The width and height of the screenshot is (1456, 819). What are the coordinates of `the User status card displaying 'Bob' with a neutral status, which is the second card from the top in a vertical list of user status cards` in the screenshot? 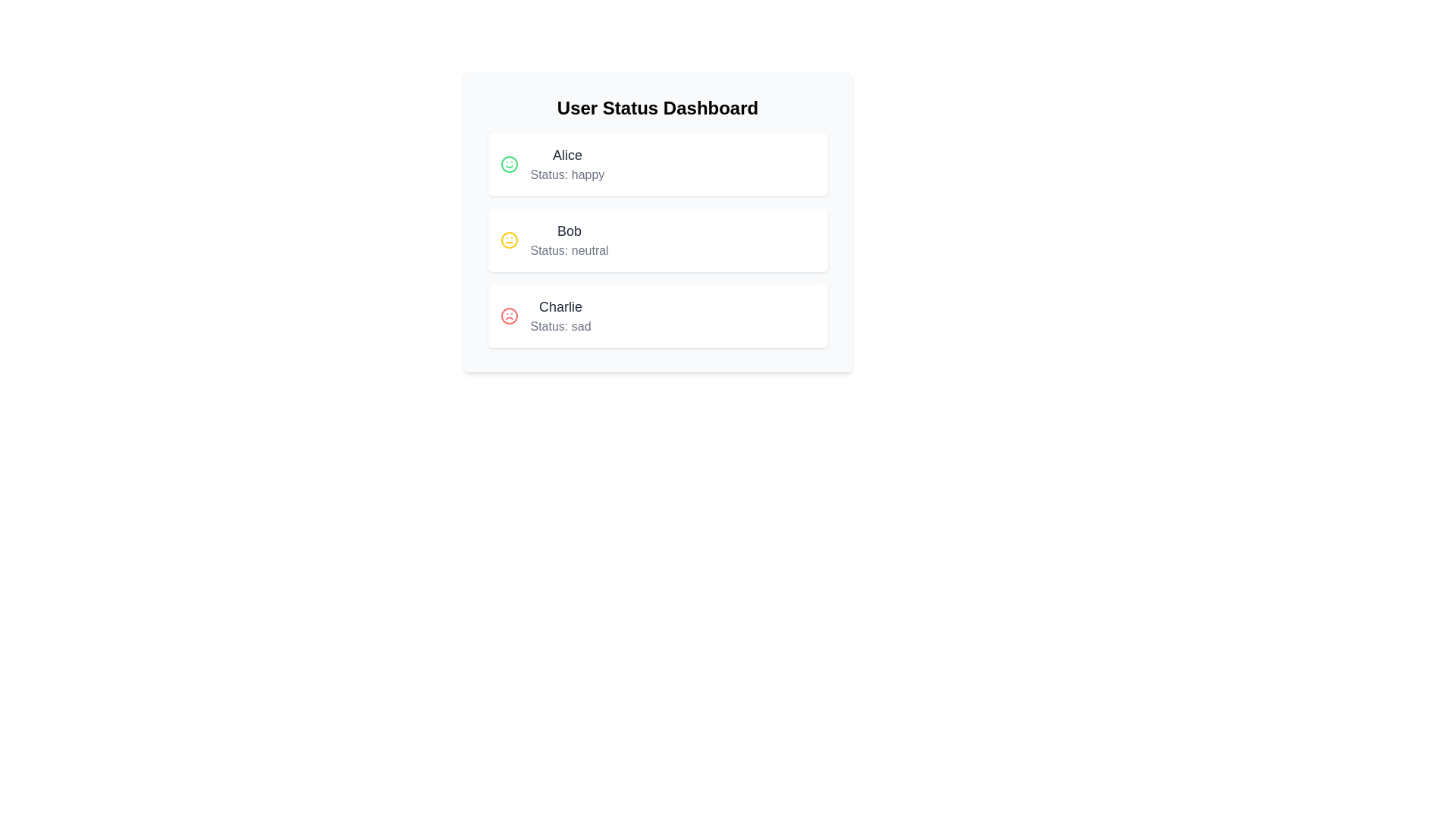 It's located at (657, 239).